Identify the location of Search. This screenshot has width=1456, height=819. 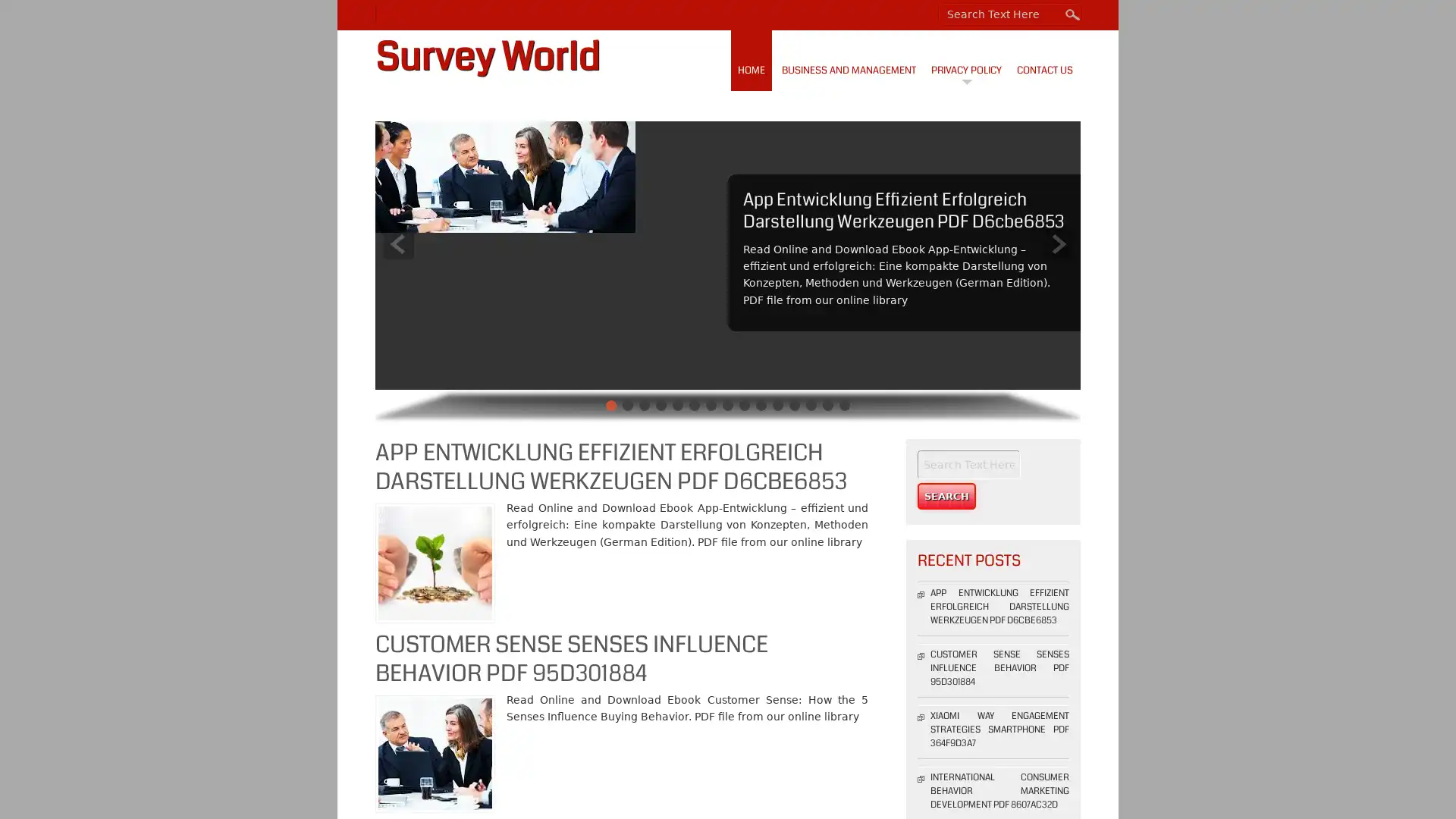
(946, 496).